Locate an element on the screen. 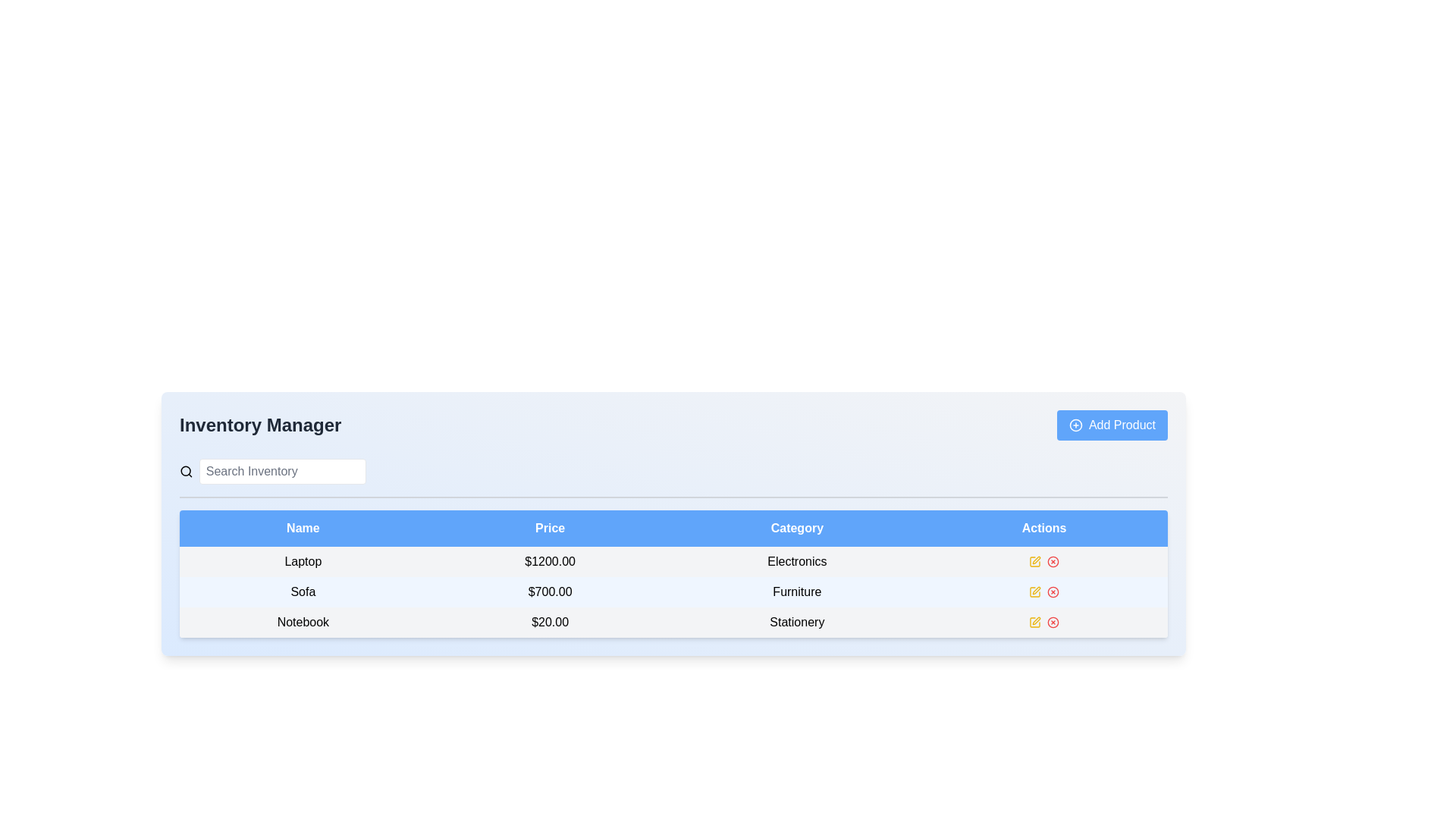  the magnifying glass icon, which is a small decorative SVG icon styled with a circular outline and a handle, located to the immediate left of the 'Search Inventory' text input box, to initiate a search is located at coordinates (185, 470).